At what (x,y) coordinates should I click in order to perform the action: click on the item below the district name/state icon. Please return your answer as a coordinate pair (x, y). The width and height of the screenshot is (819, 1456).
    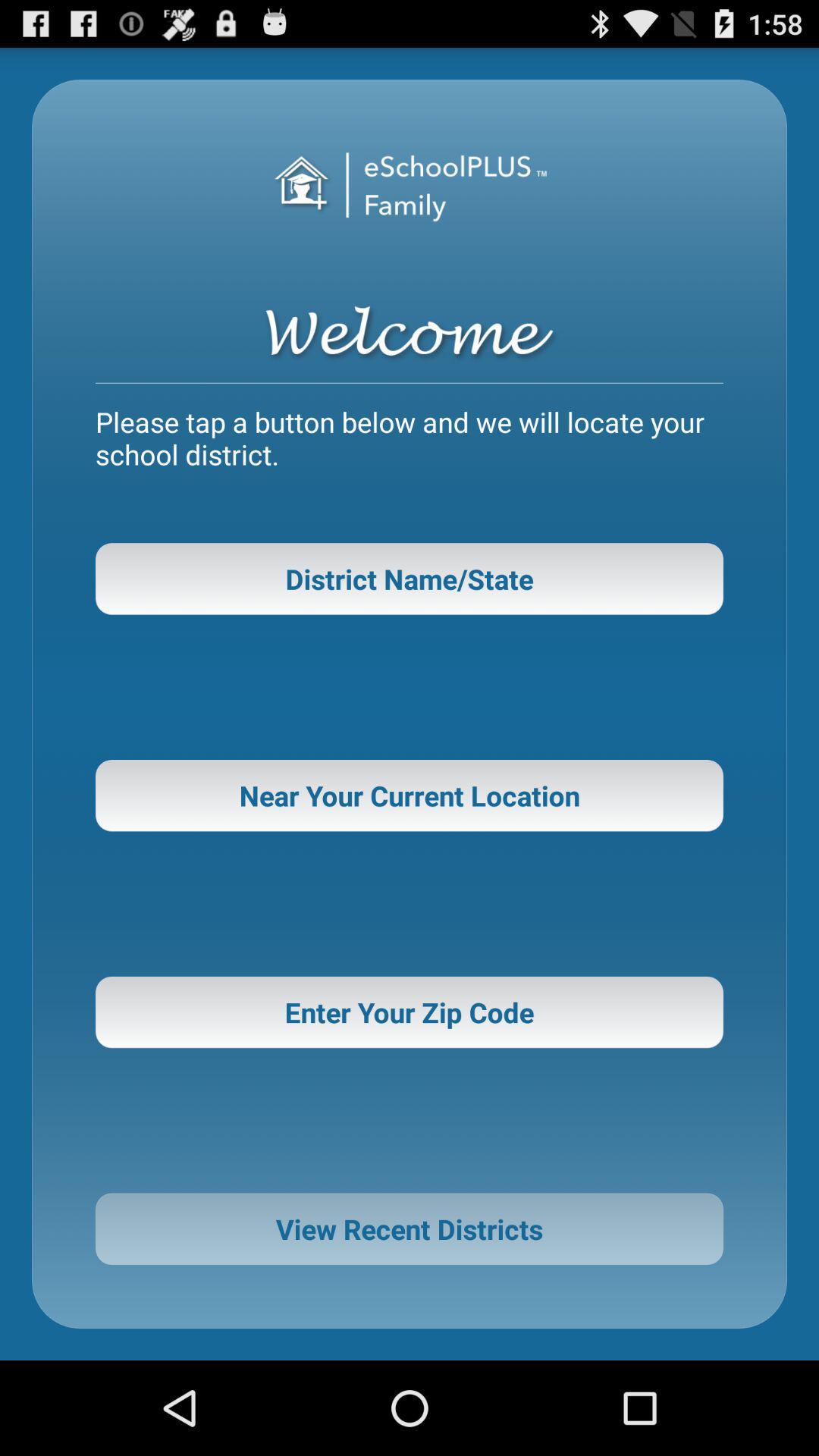
    Looking at the image, I should click on (409, 795).